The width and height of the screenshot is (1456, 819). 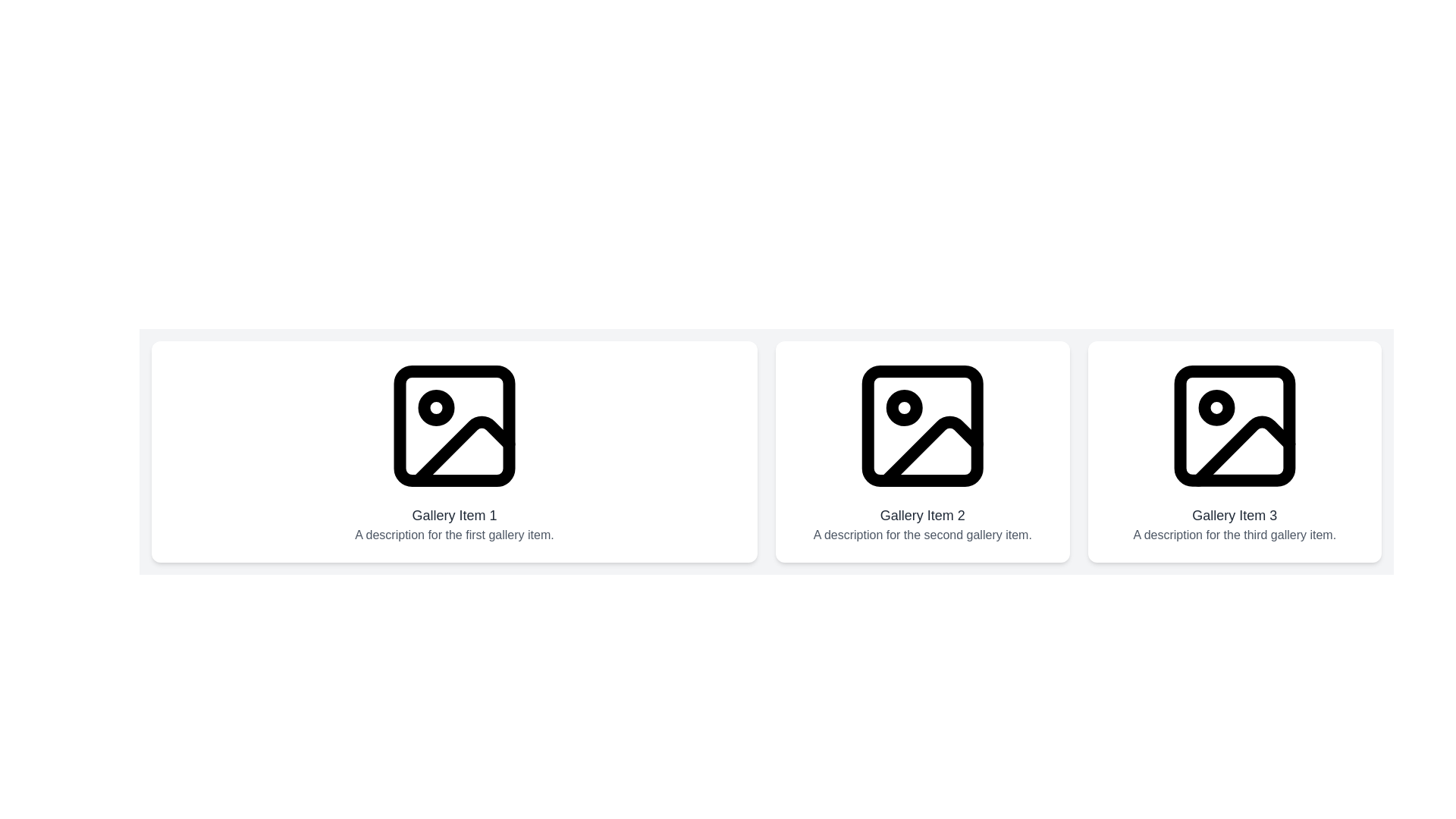 What do you see at coordinates (453, 426) in the screenshot?
I see `properties of the SVG rectangle component located in the top-left corner of the image placeholder within the first gallery item` at bounding box center [453, 426].